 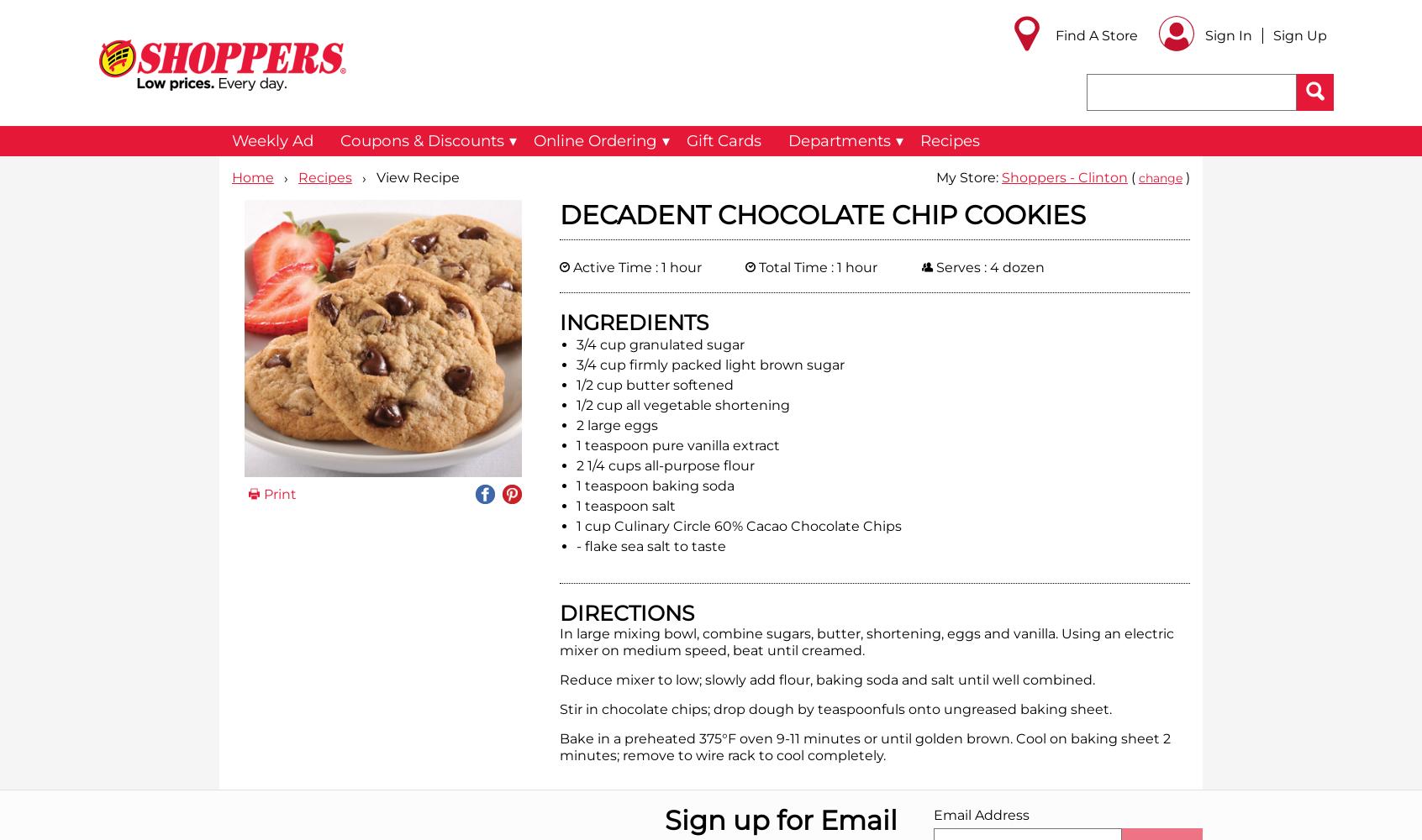 I want to click on 'Weekly Ad', so click(x=271, y=140).